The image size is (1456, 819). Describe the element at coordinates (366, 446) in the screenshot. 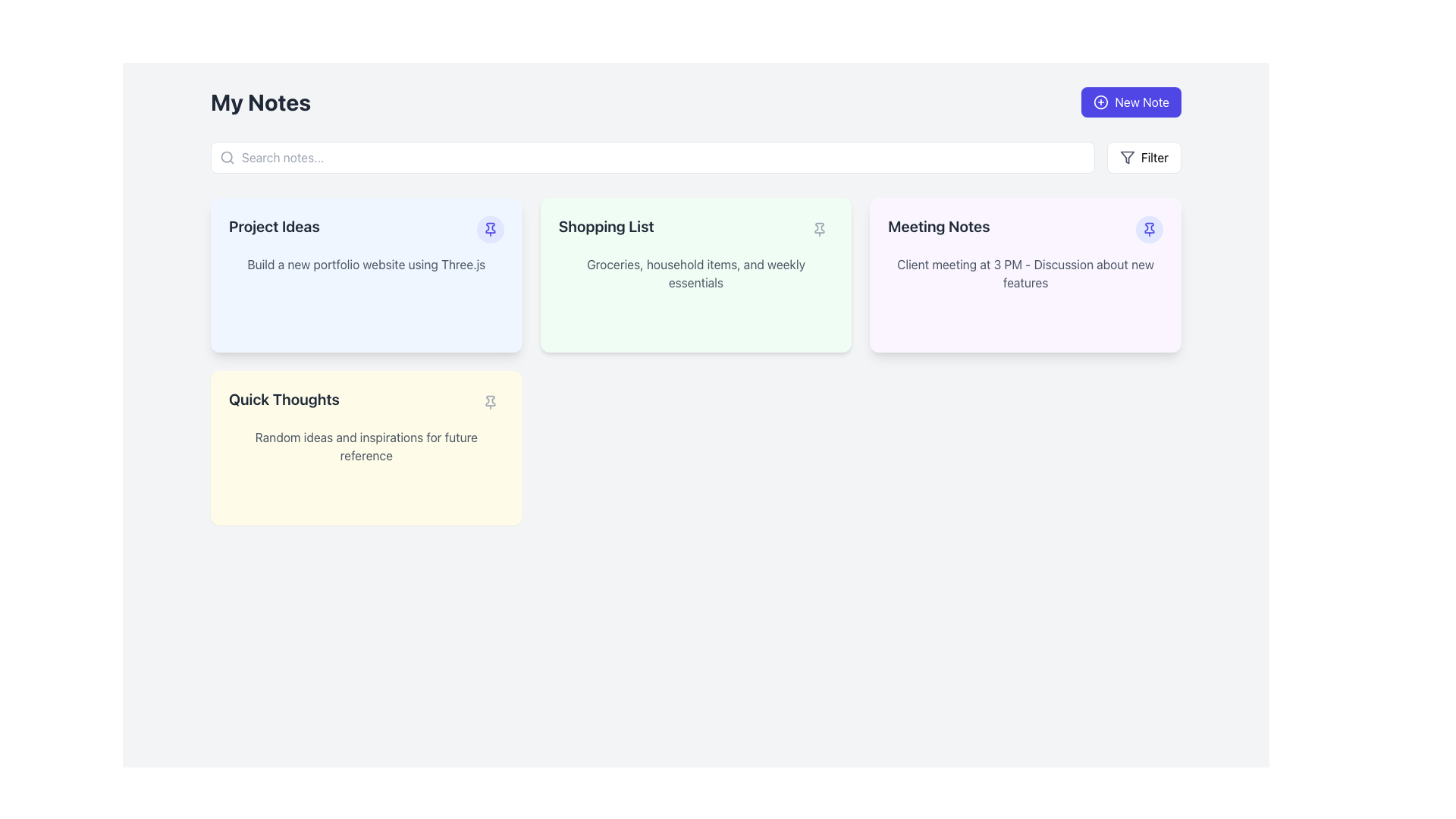

I see `the text element displaying 'Random ideas and inspirations for future reference', located in the 'Quick Thoughts' section below the main title 'Quick Thoughts'` at that location.